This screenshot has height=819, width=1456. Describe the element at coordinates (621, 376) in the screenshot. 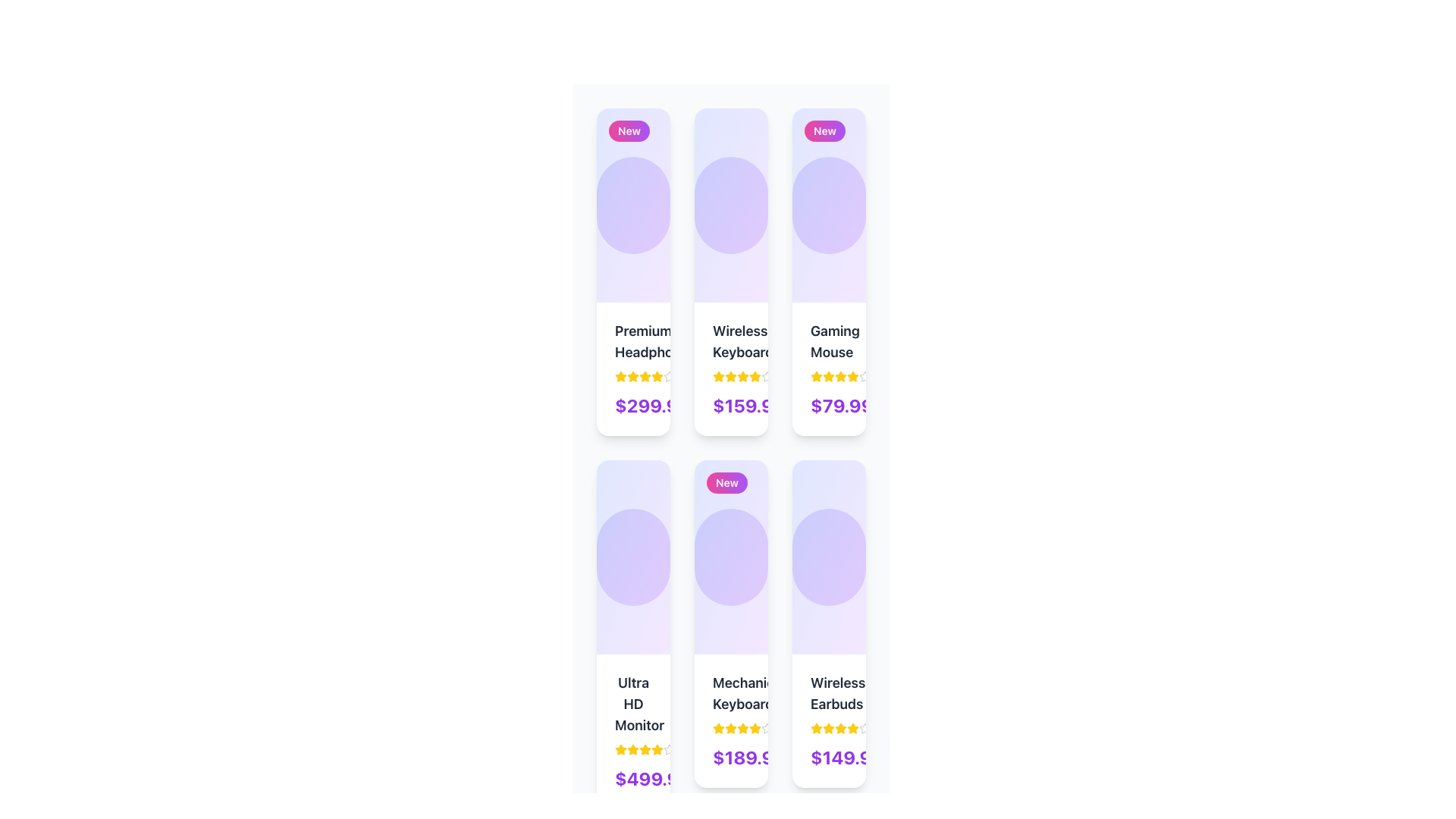

I see `the first yellow star icon in the rating component of the first product card to inspect its function` at that location.